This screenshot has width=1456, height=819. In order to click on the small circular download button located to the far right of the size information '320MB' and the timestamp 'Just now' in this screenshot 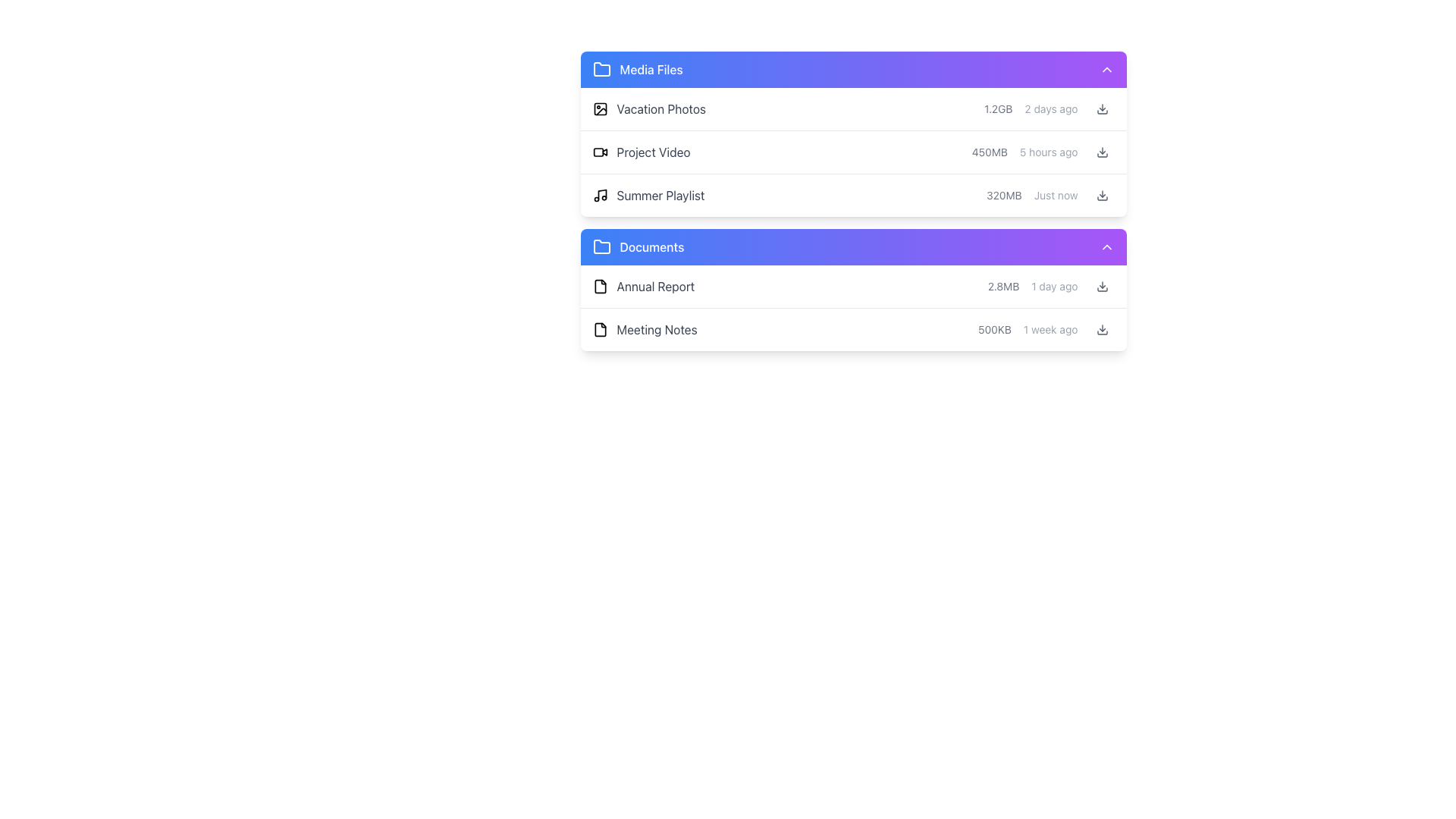, I will do `click(1102, 195)`.